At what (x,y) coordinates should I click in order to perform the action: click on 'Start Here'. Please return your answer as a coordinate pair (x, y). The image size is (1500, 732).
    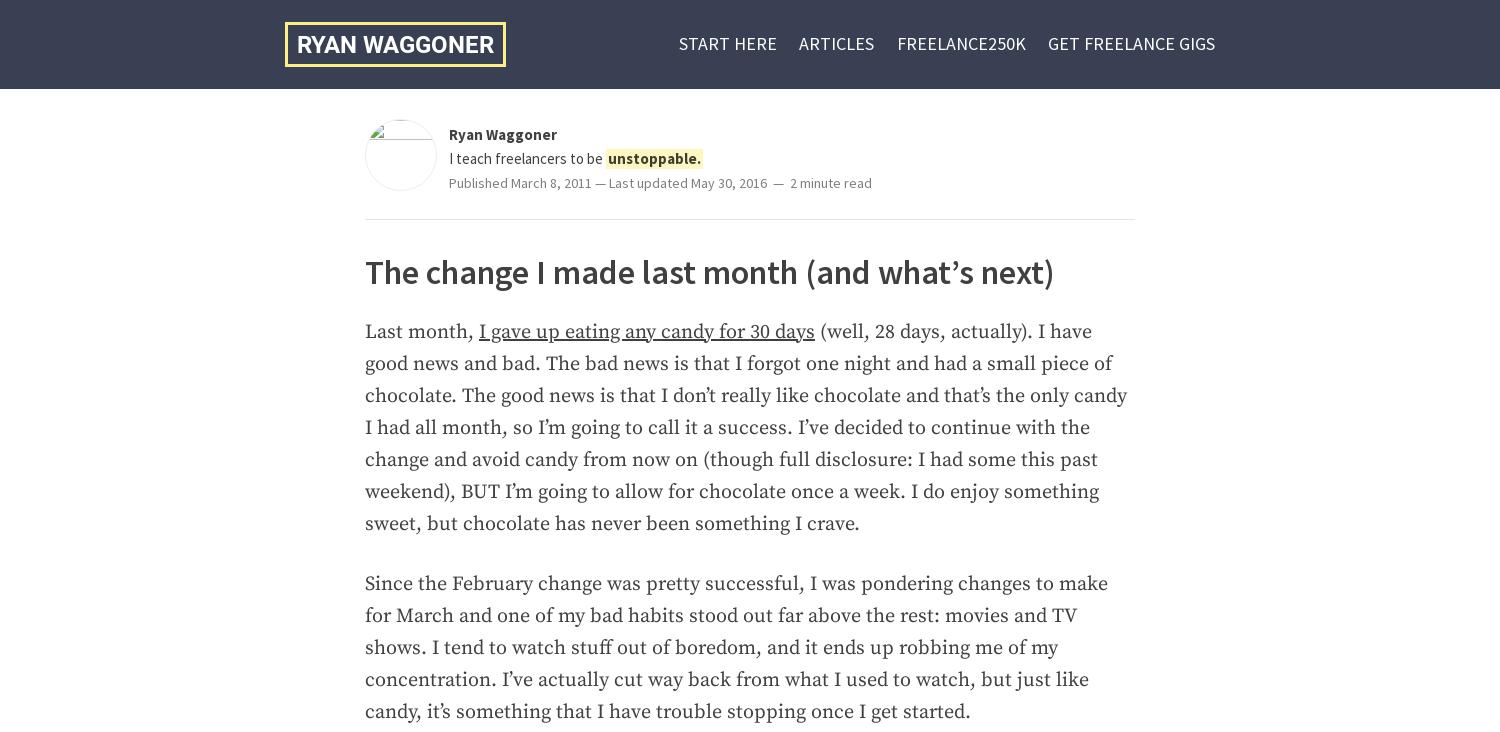
    Looking at the image, I should click on (726, 42).